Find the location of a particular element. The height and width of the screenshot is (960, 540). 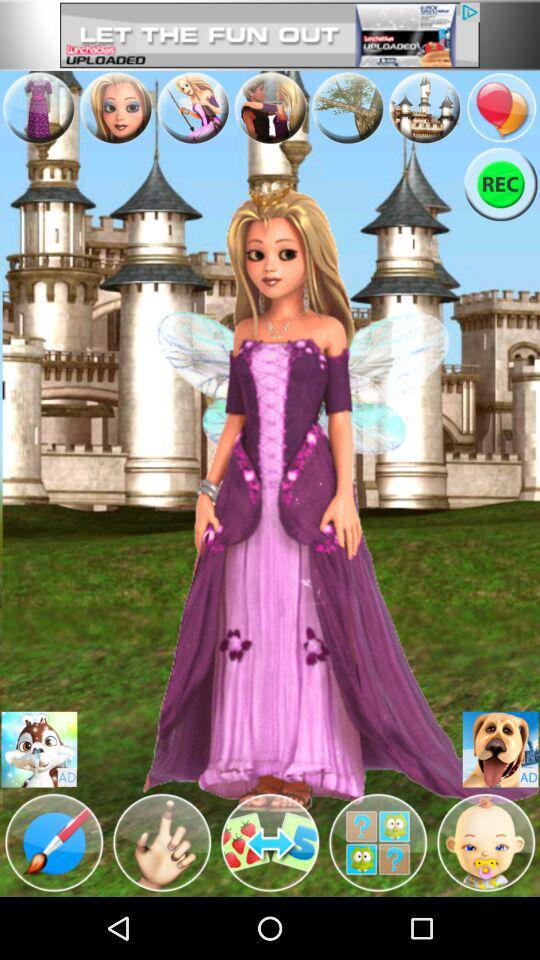

click the app icon is located at coordinates (346, 108).